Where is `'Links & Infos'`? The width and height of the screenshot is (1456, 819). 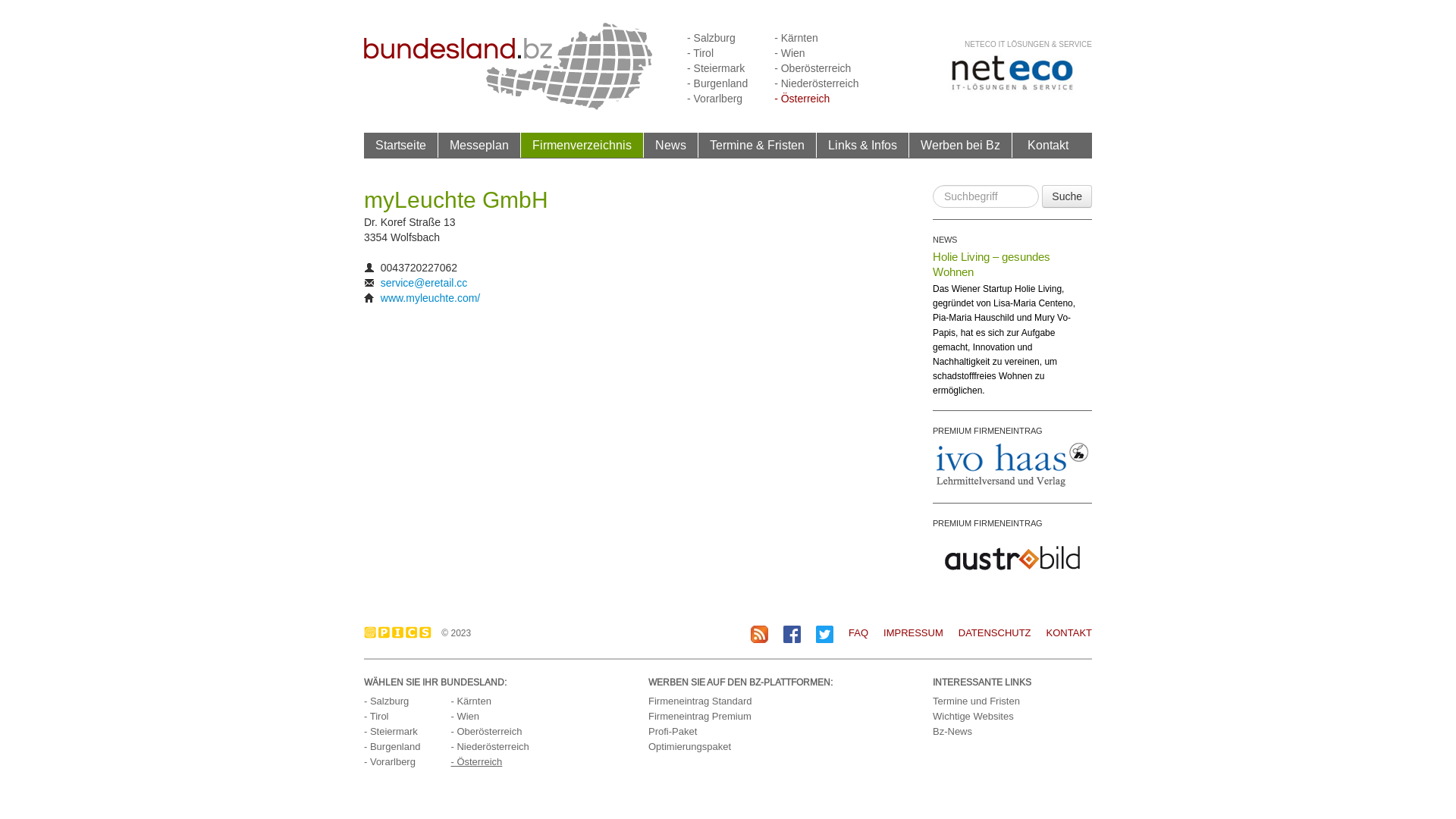 'Links & Infos' is located at coordinates (815, 145).